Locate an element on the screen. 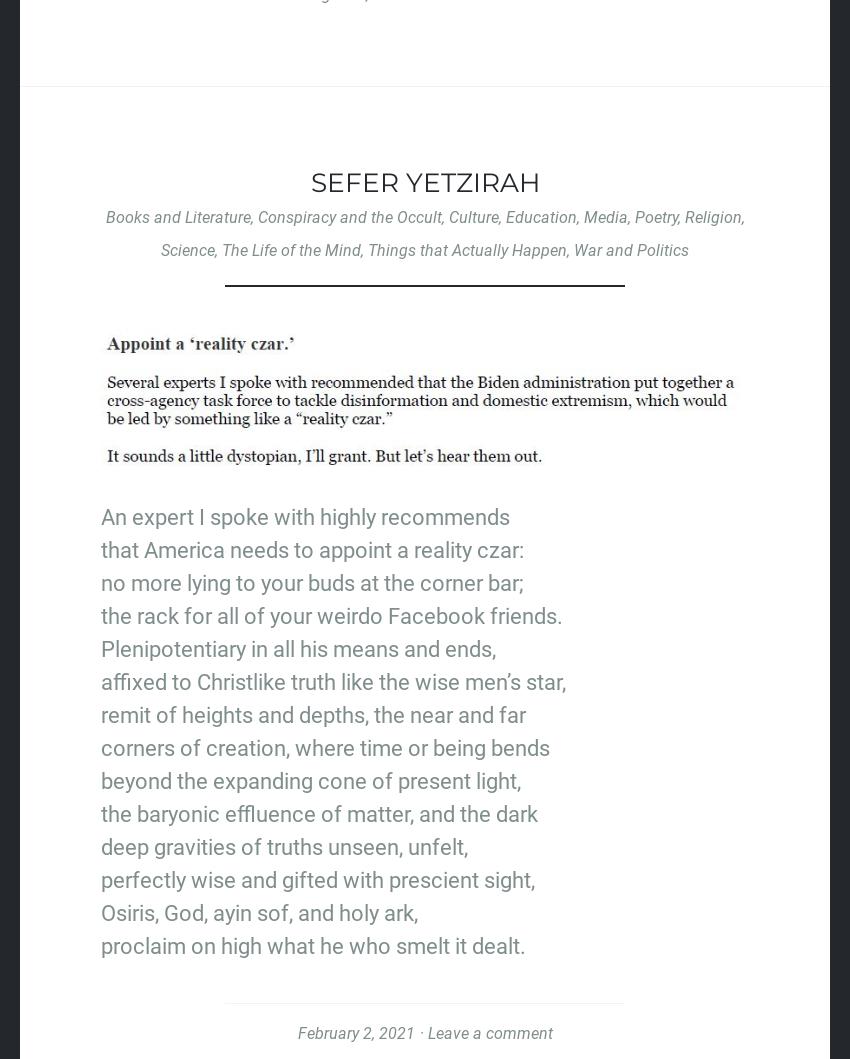  'Sefer Yetzirah' is located at coordinates (424, 180).